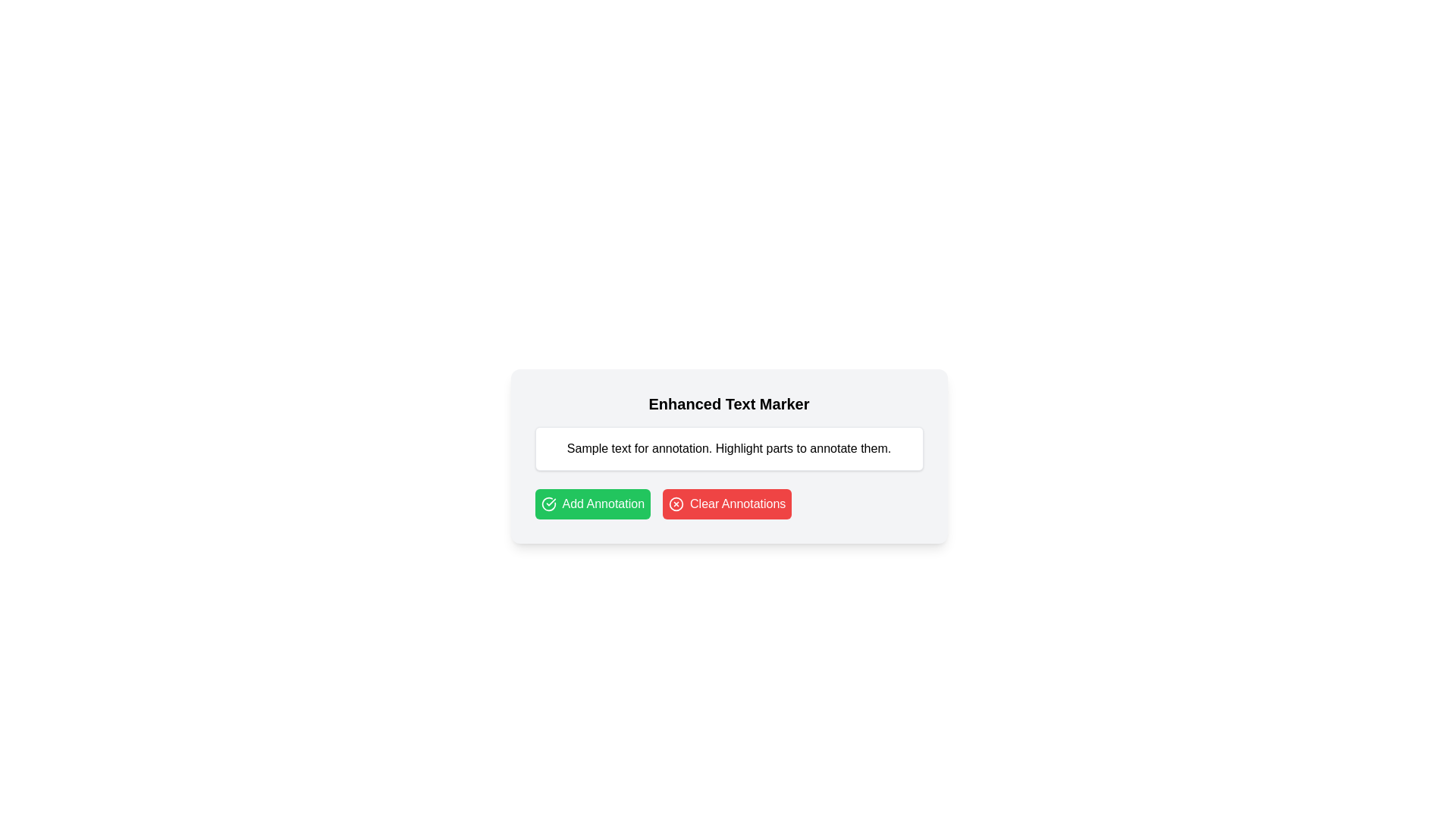  I want to click on the 25th character in the text string 'Sample text for annotation. Highlight parts to annotate them.' which is displayed in a white text box area near the upper-center of the interface, so click(698, 447).